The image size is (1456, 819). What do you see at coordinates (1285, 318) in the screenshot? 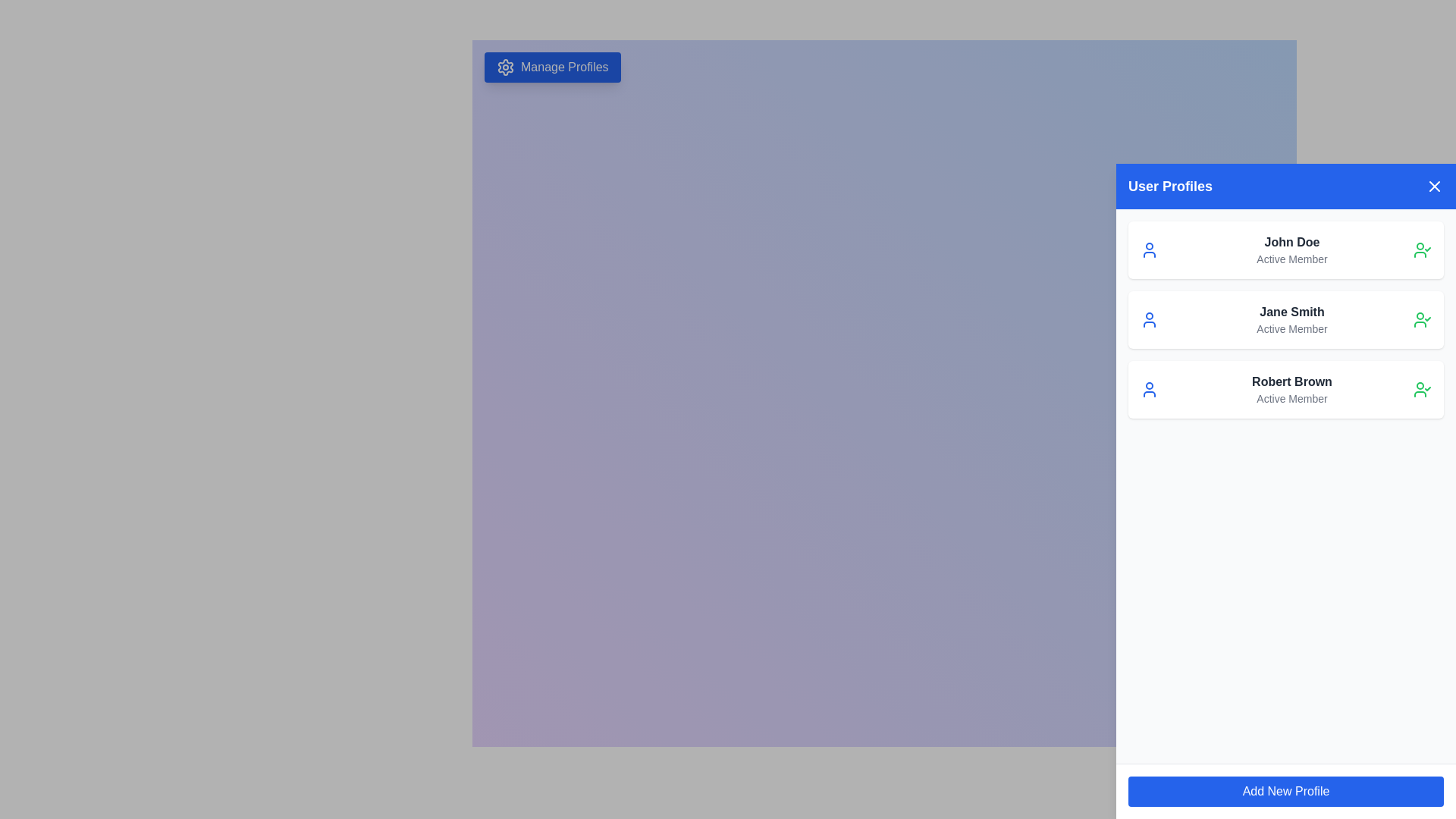
I see `the second profile card in the 'User Profiles' panel` at bounding box center [1285, 318].